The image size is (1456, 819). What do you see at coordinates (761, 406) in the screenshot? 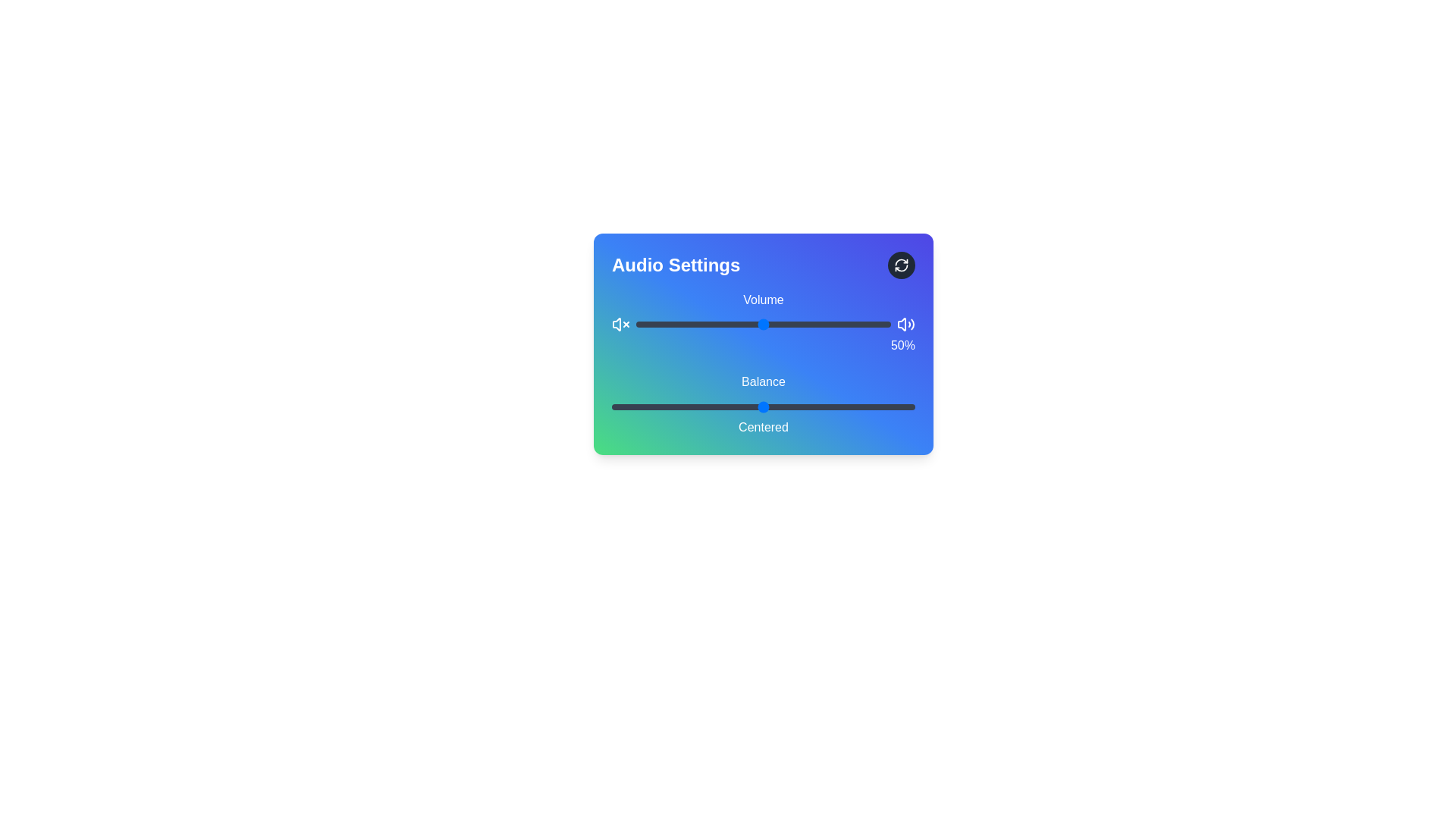
I see `the balance slider` at bounding box center [761, 406].